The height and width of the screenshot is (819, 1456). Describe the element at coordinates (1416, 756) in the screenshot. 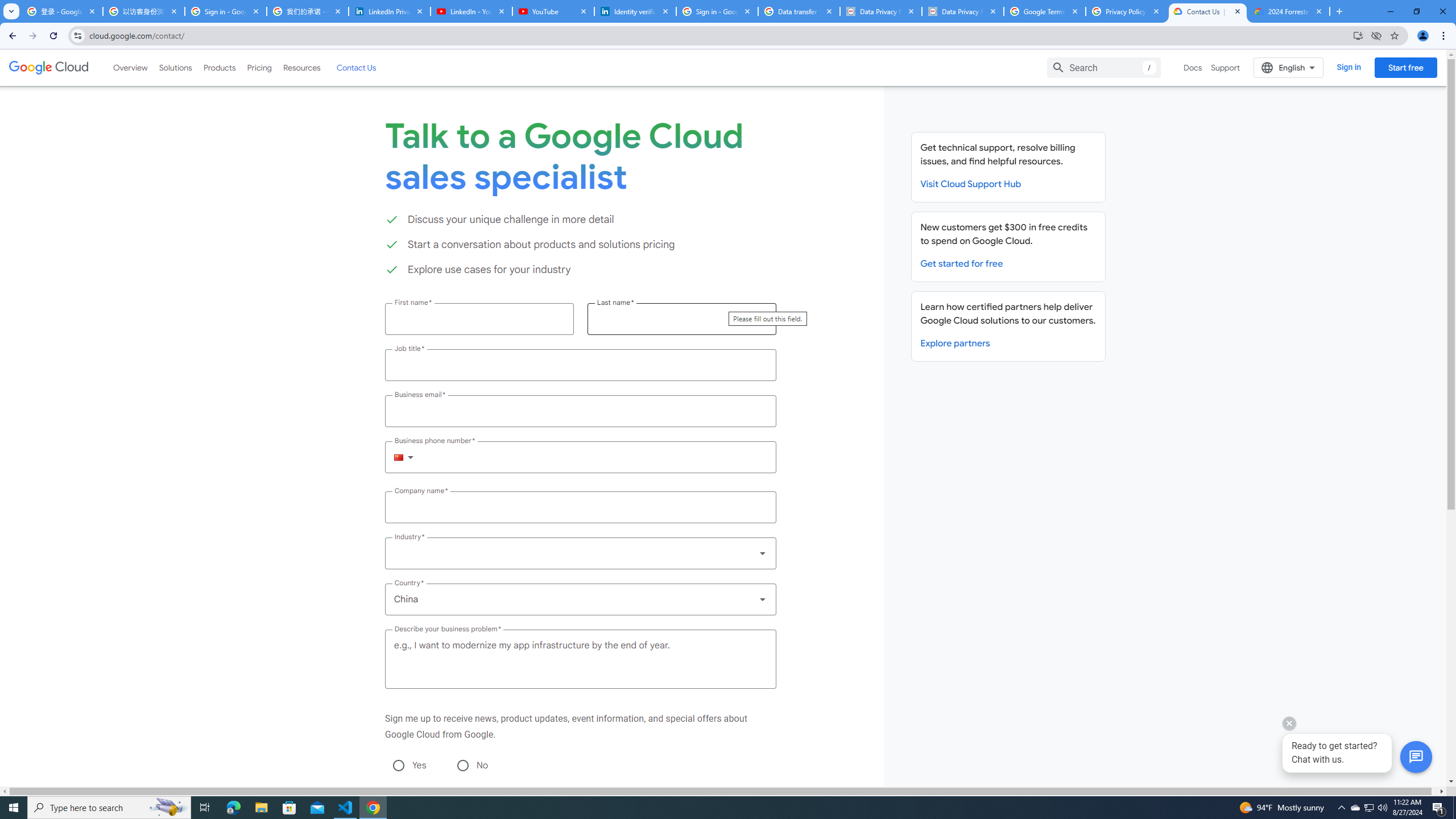

I see `'Button to activate chat'` at that location.